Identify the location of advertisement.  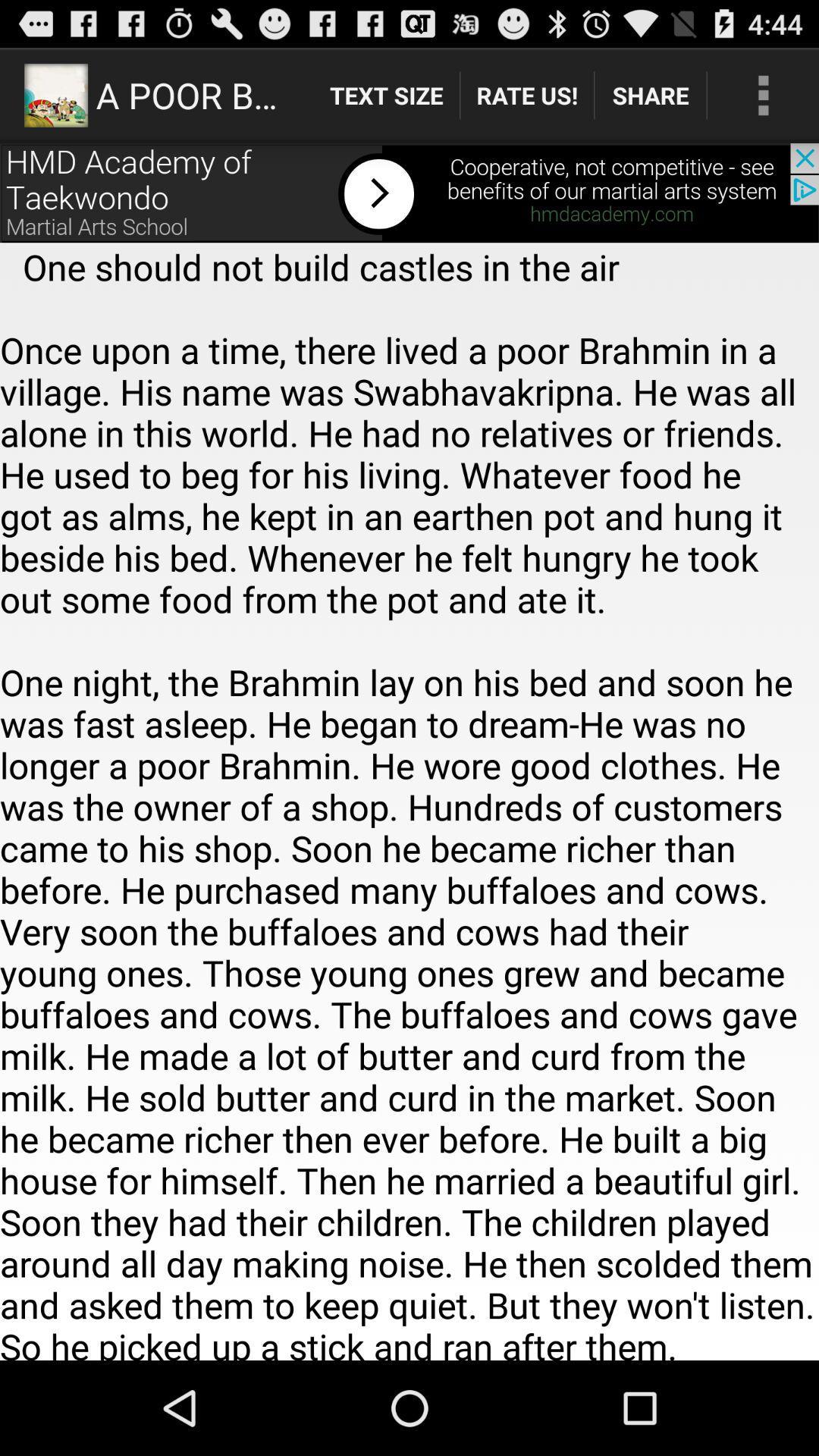
(409, 192).